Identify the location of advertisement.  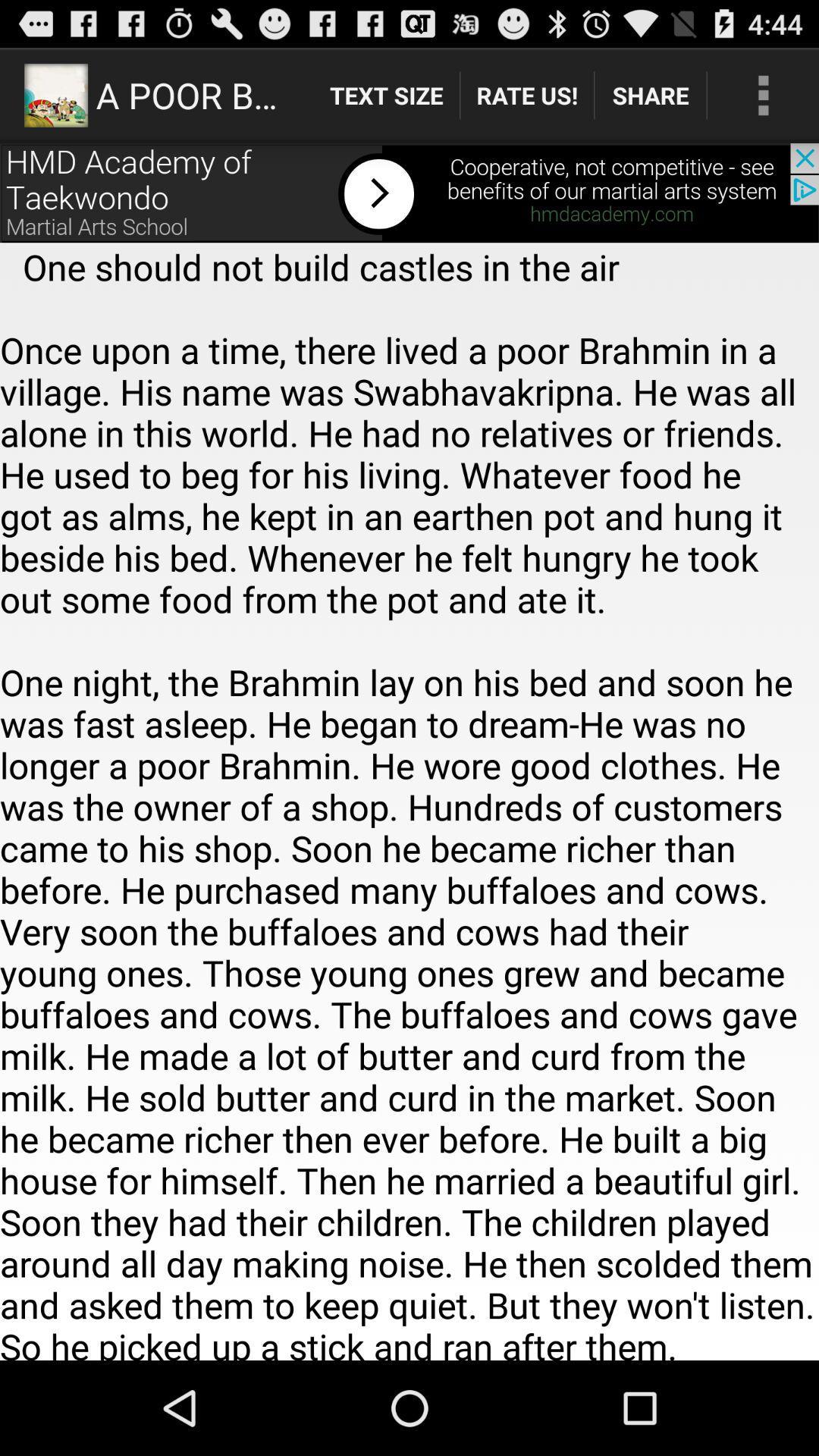
(409, 192).